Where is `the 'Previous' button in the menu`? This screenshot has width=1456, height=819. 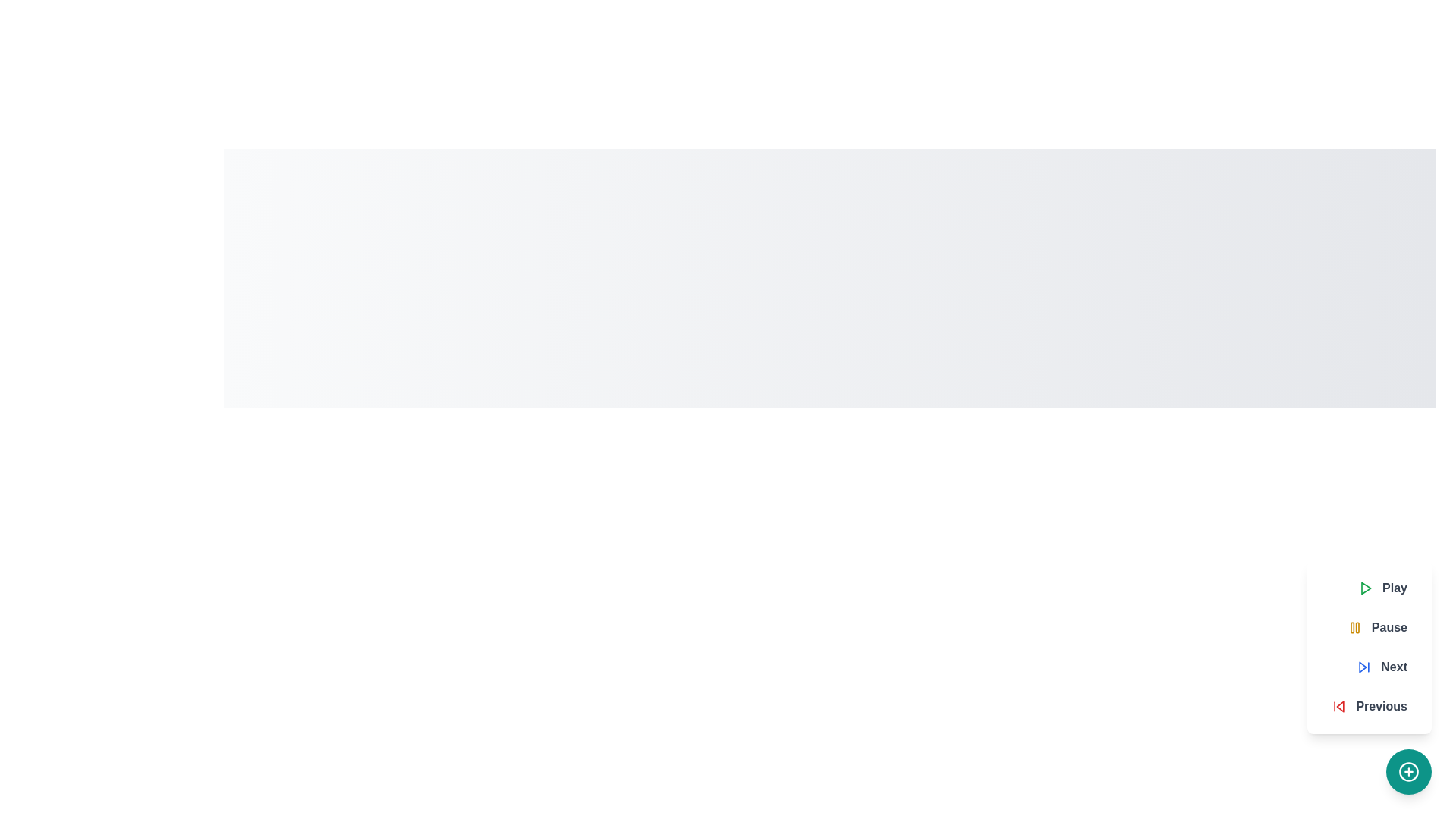
the 'Previous' button in the menu is located at coordinates (1369, 707).